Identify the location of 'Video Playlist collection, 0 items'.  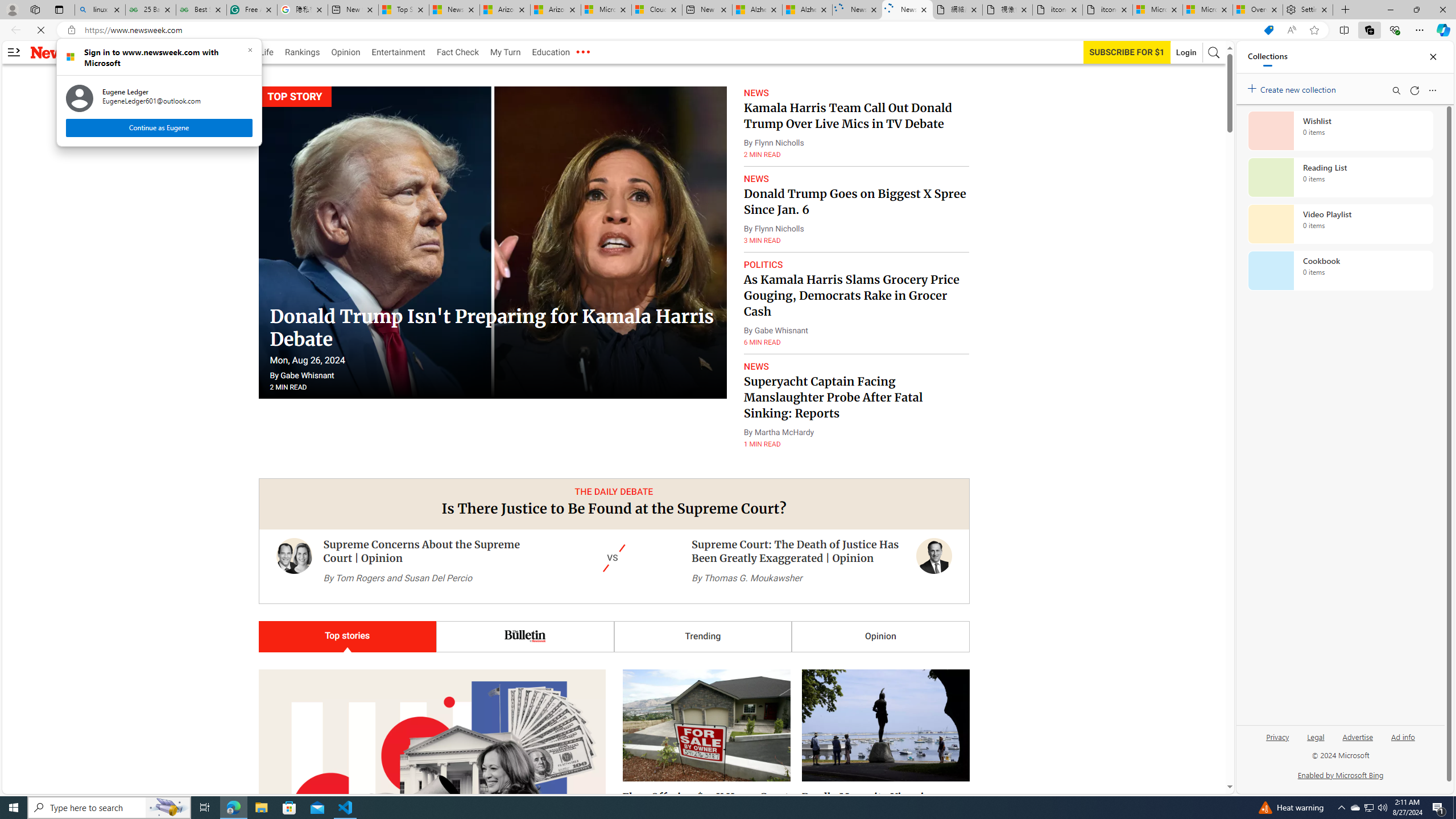
(1340, 223).